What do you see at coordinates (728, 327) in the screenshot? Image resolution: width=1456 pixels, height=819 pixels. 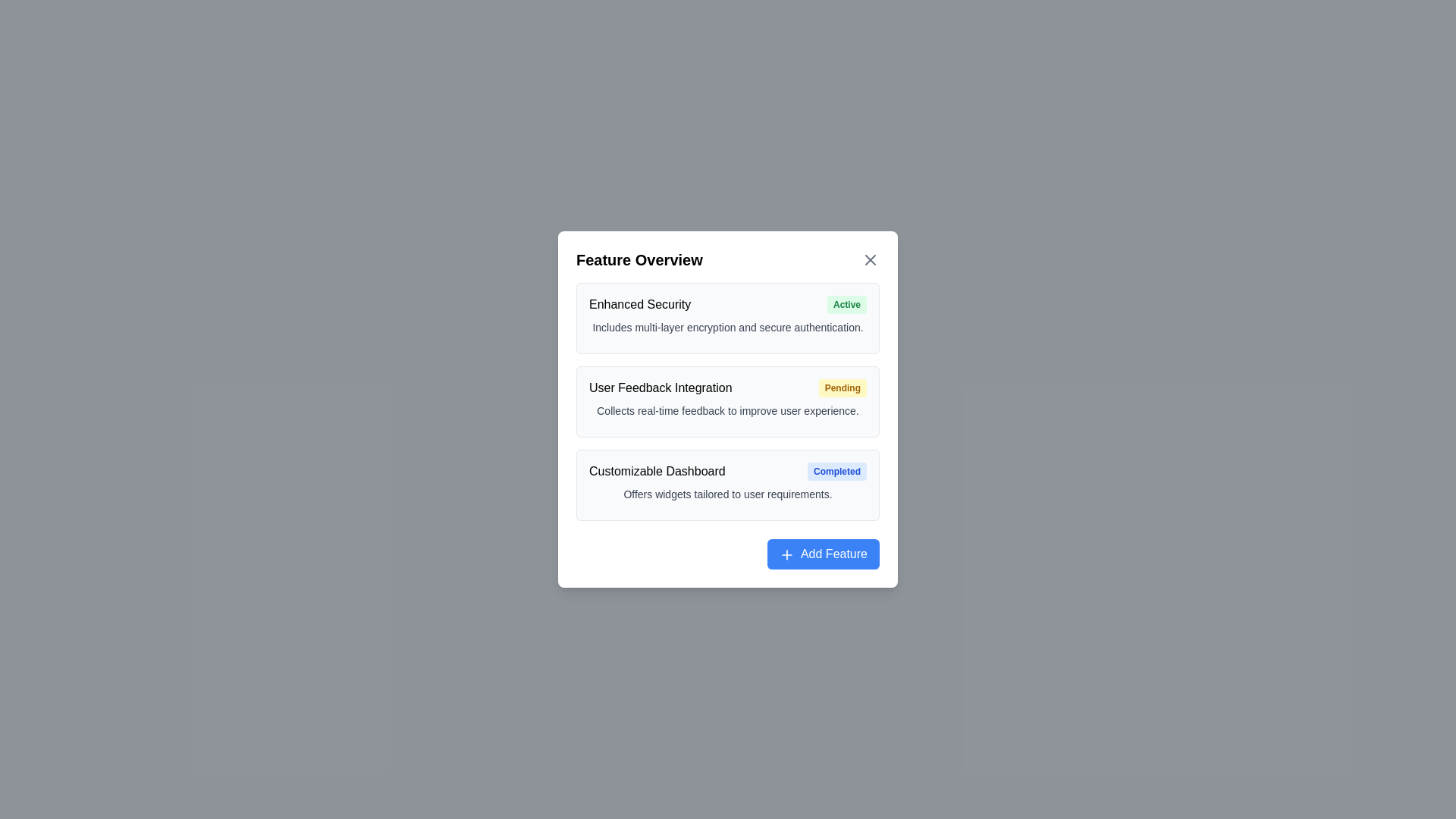 I see `text content of the element displaying the feature details, which is a small gray sans-serif text located under the 'Enhanced Security' section, stating 'Includes multi-layer encryption and secure authentication.'` at bounding box center [728, 327].